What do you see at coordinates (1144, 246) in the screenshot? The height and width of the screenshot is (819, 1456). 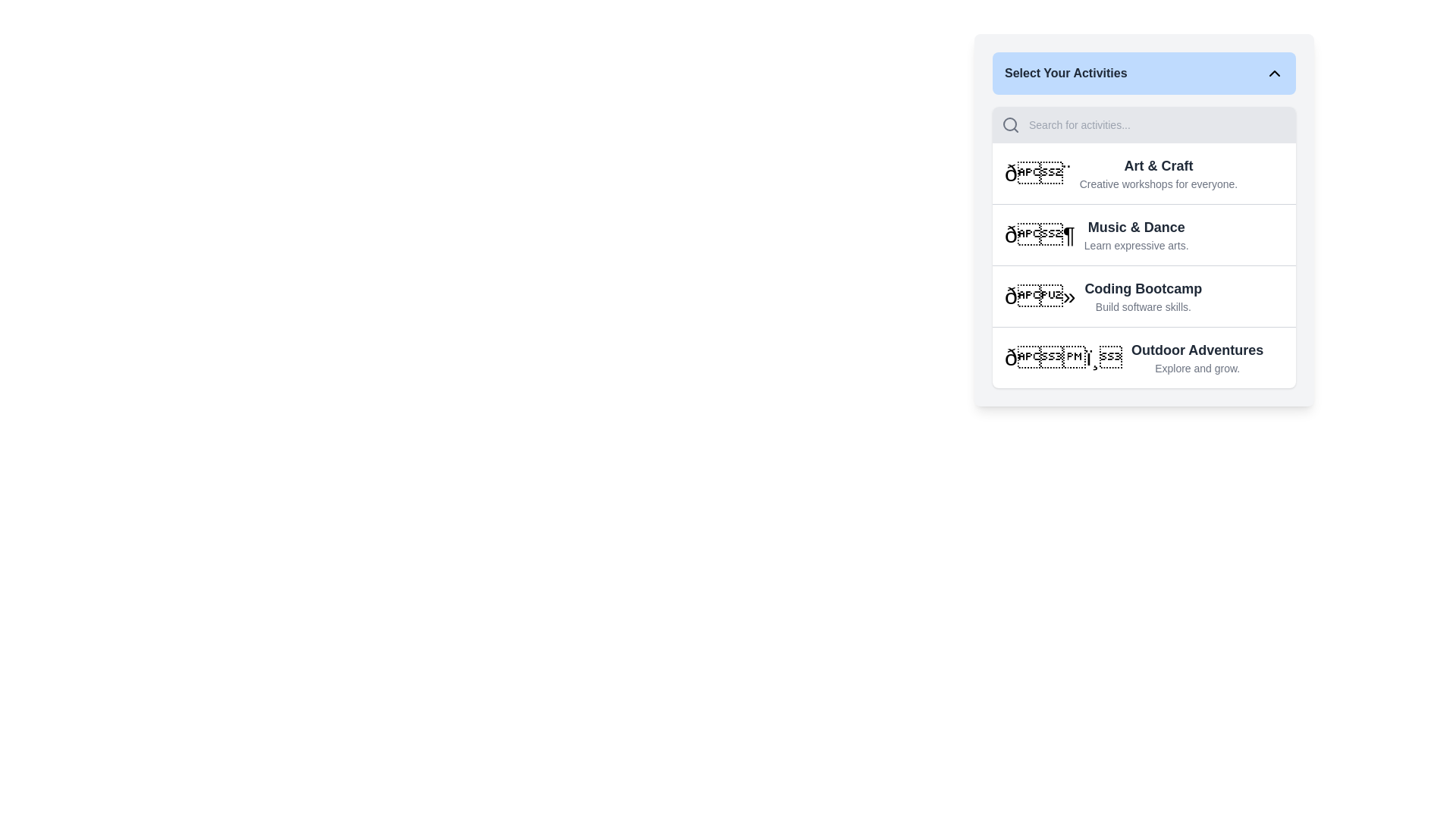 I see `the interactive menu section with a white background and rounded corners, located below the blue header labeled 'Select Your Activities'` at bounding box center [1144, 246].